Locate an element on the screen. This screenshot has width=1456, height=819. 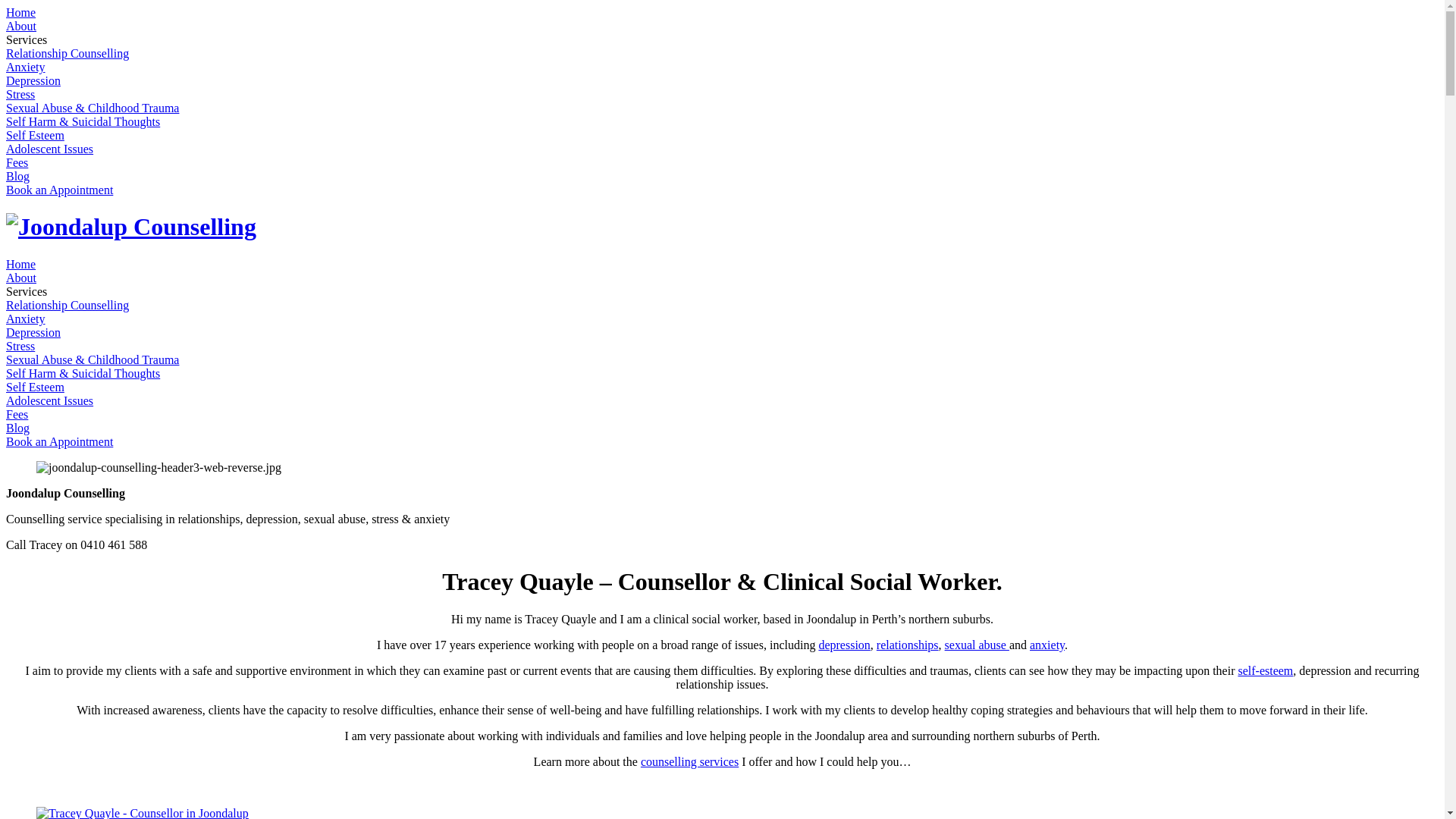
'counselling services' is located at coordinates (689, 761).